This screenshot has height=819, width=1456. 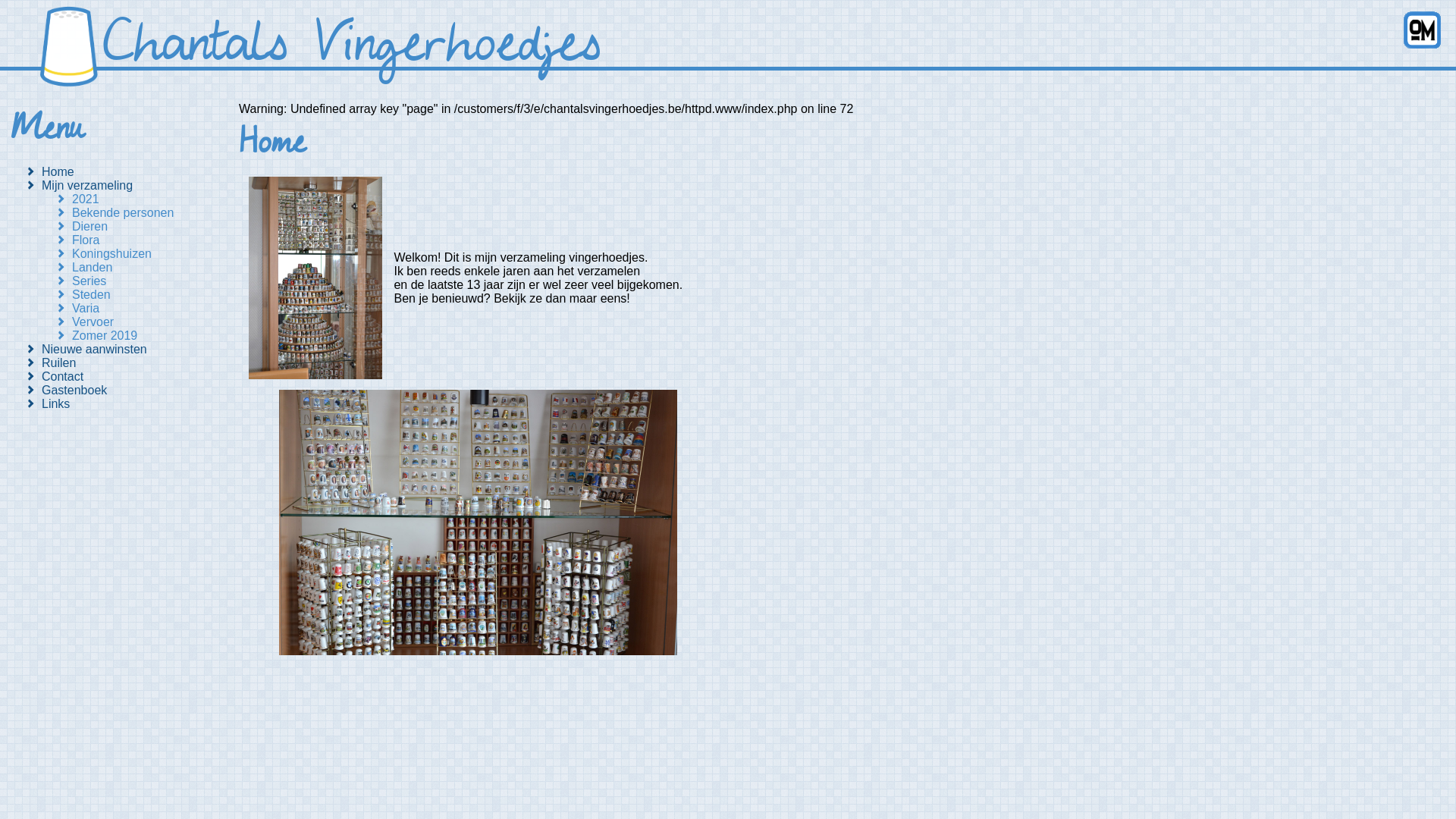 I want to click on 'Dieren', so click(x=144, y=227).